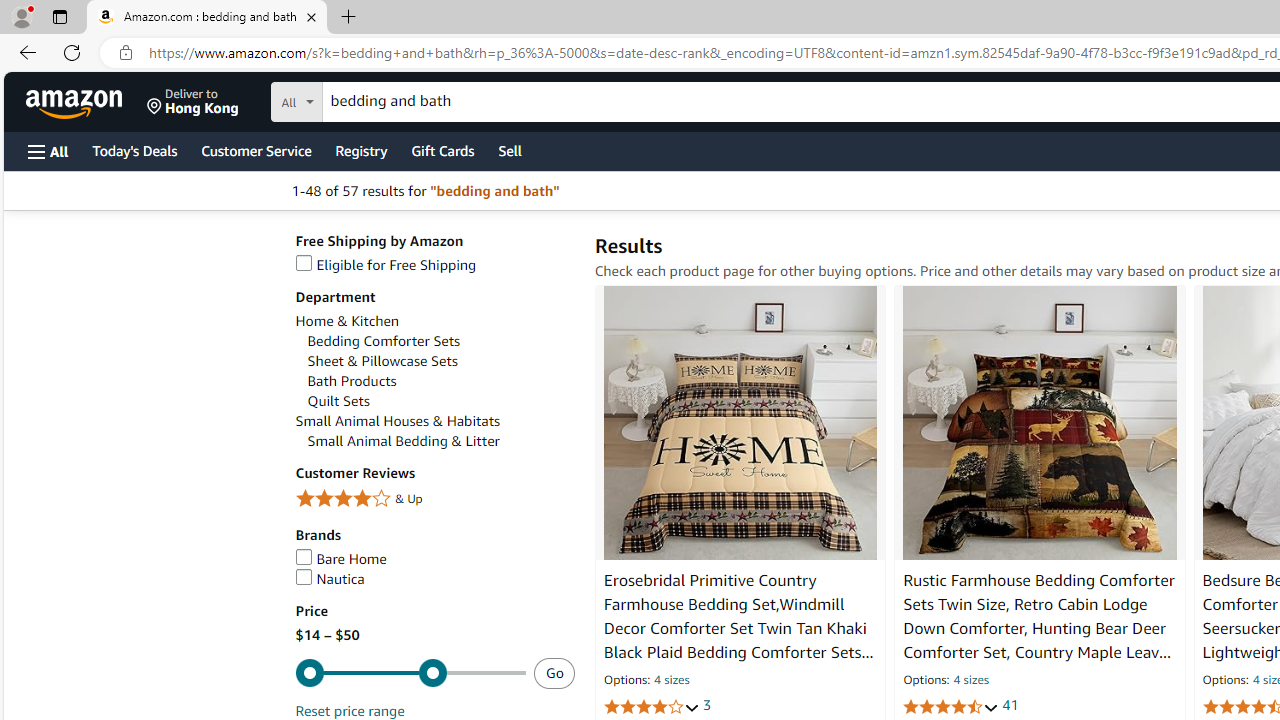  What do you see at coordinates (433, 264) in the screenshot?
I see `'Eligible for Free Shipping'` at bounding box center [433, 264].